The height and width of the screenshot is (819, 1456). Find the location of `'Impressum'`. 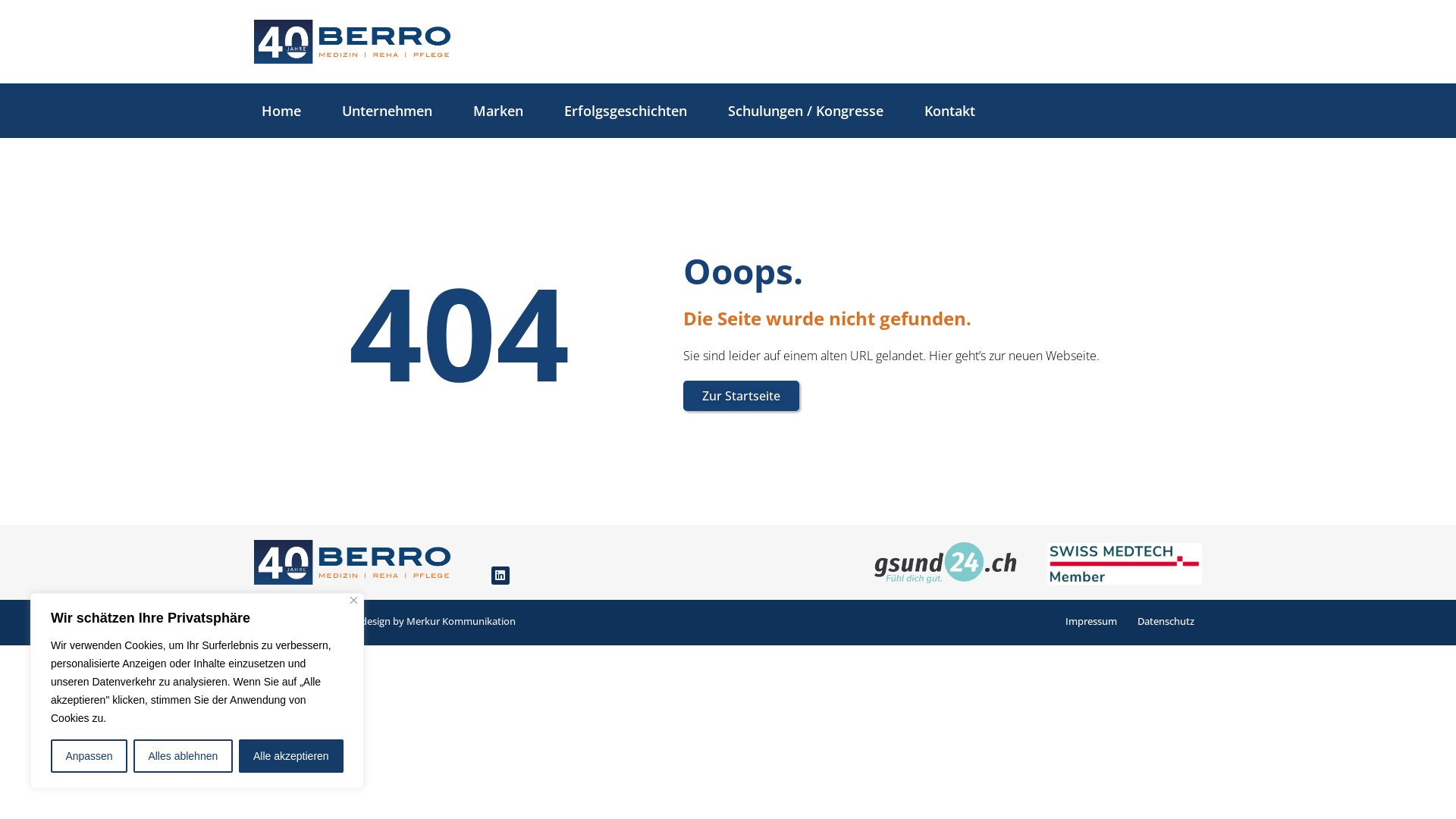

'Impressum' is located at coordinates (1090, 620).